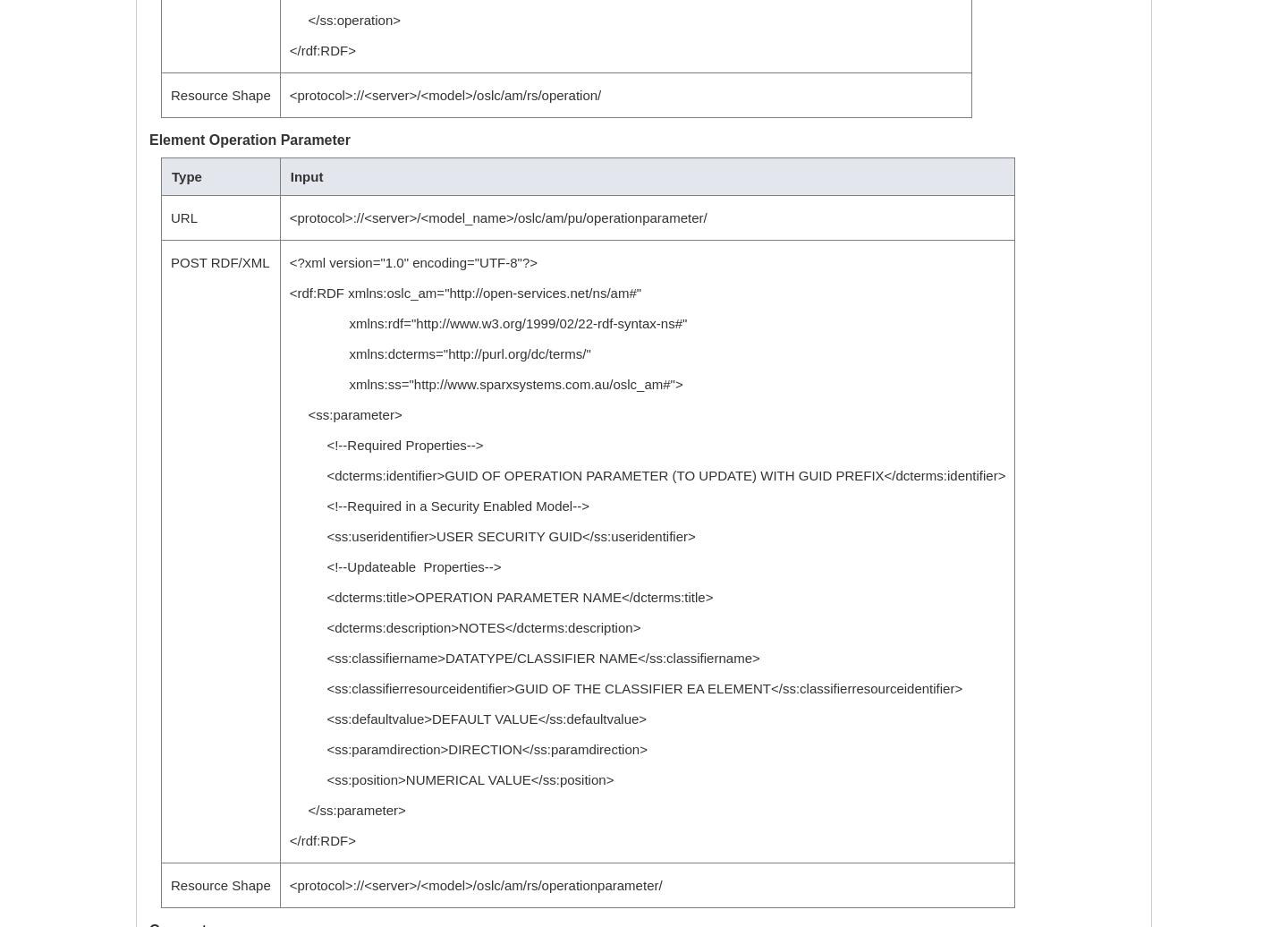  What do you see at coordinates (444, 95) in the screenshot?
I see `'<protocol>://<server>/<model>/oslc/am/rs/operation/'` at bounding box center [444, 95].